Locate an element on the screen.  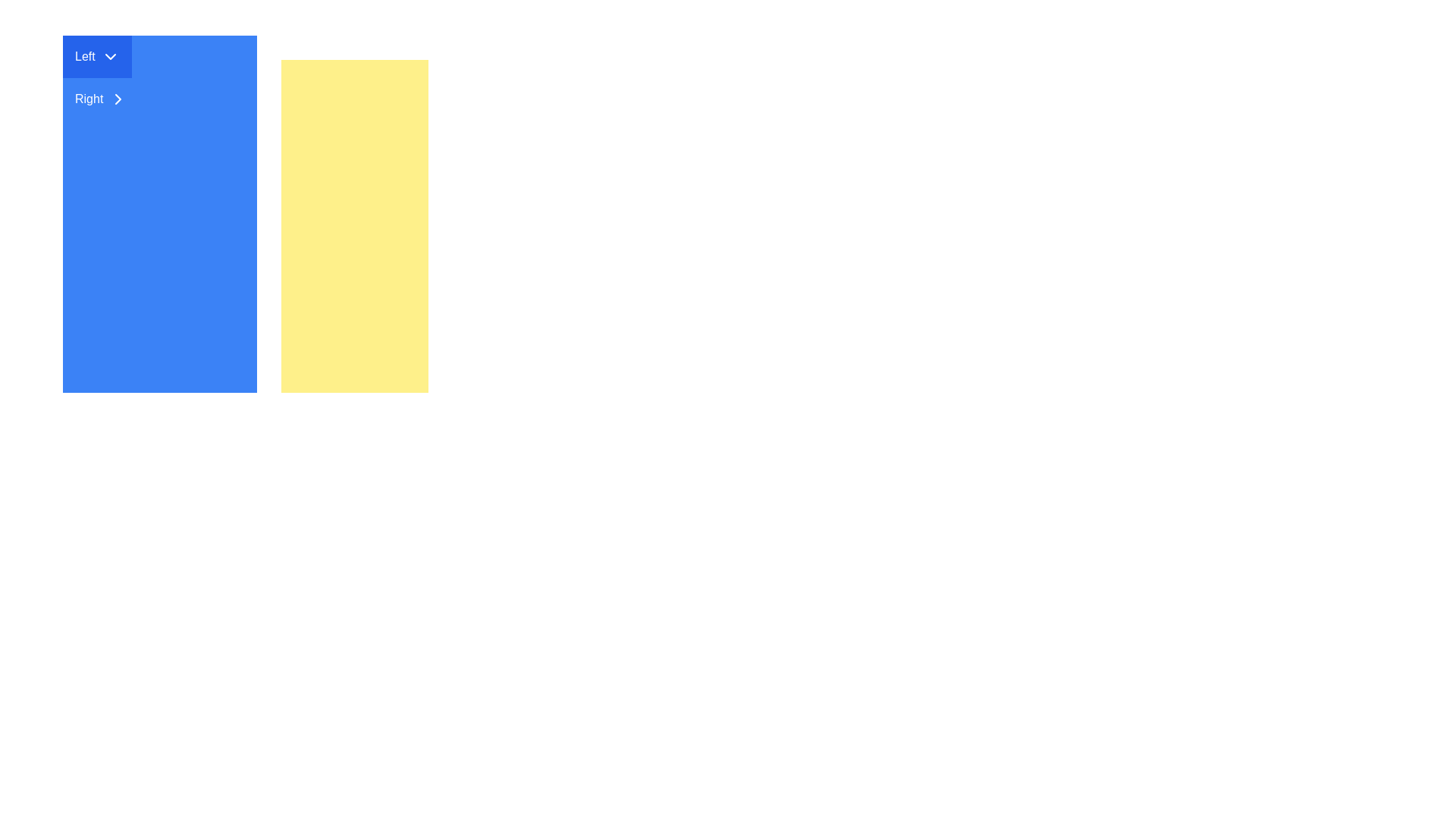
the Chevron Icon located to the right of the 'Right' text inside a blue rectangular button area is located at coordinates (118, 99).